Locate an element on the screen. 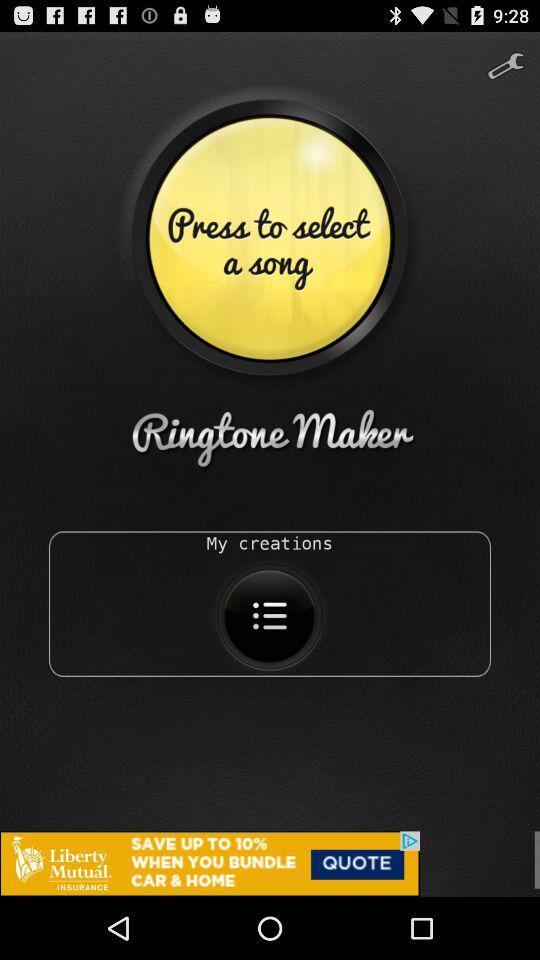 The width and height of the screenshot is (540, 960). the build icon is located at coordinates (504, 63).